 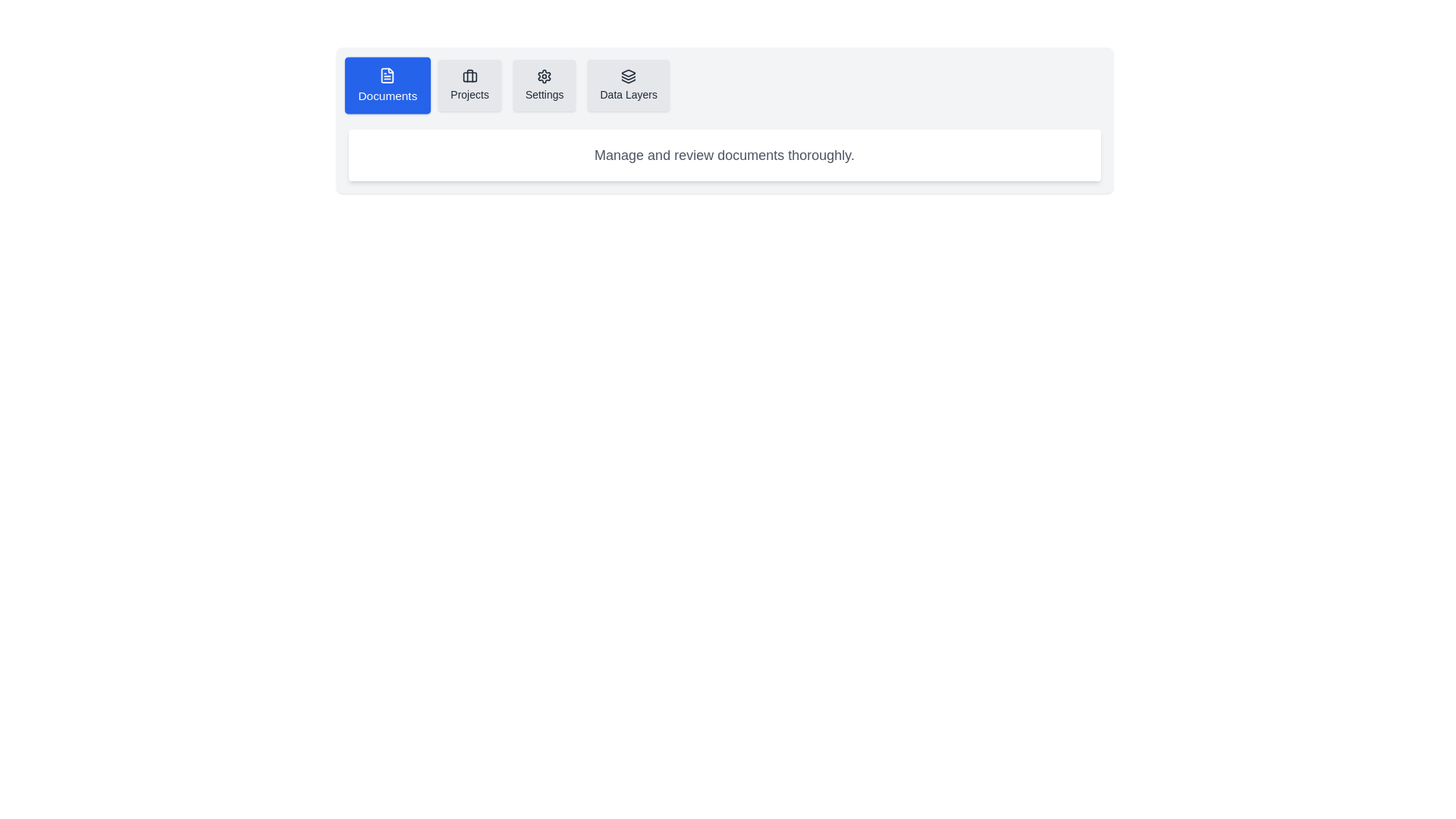 What do you see at coordinates (544, 85) in the screenshot?
I see `the tab labeled Settings` at bounding box center [544, 85].